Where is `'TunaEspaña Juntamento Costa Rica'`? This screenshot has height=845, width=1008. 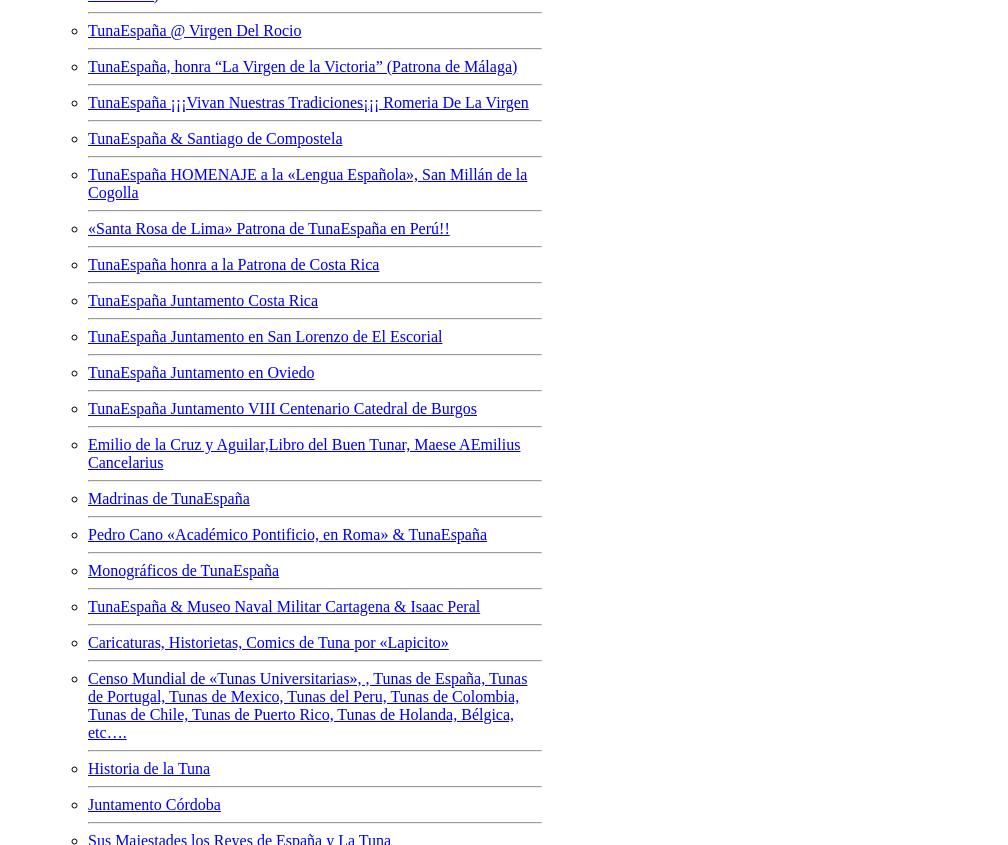
'TunaEspaña Juntamento Costa Rica' is located at coordinates (87, 299).